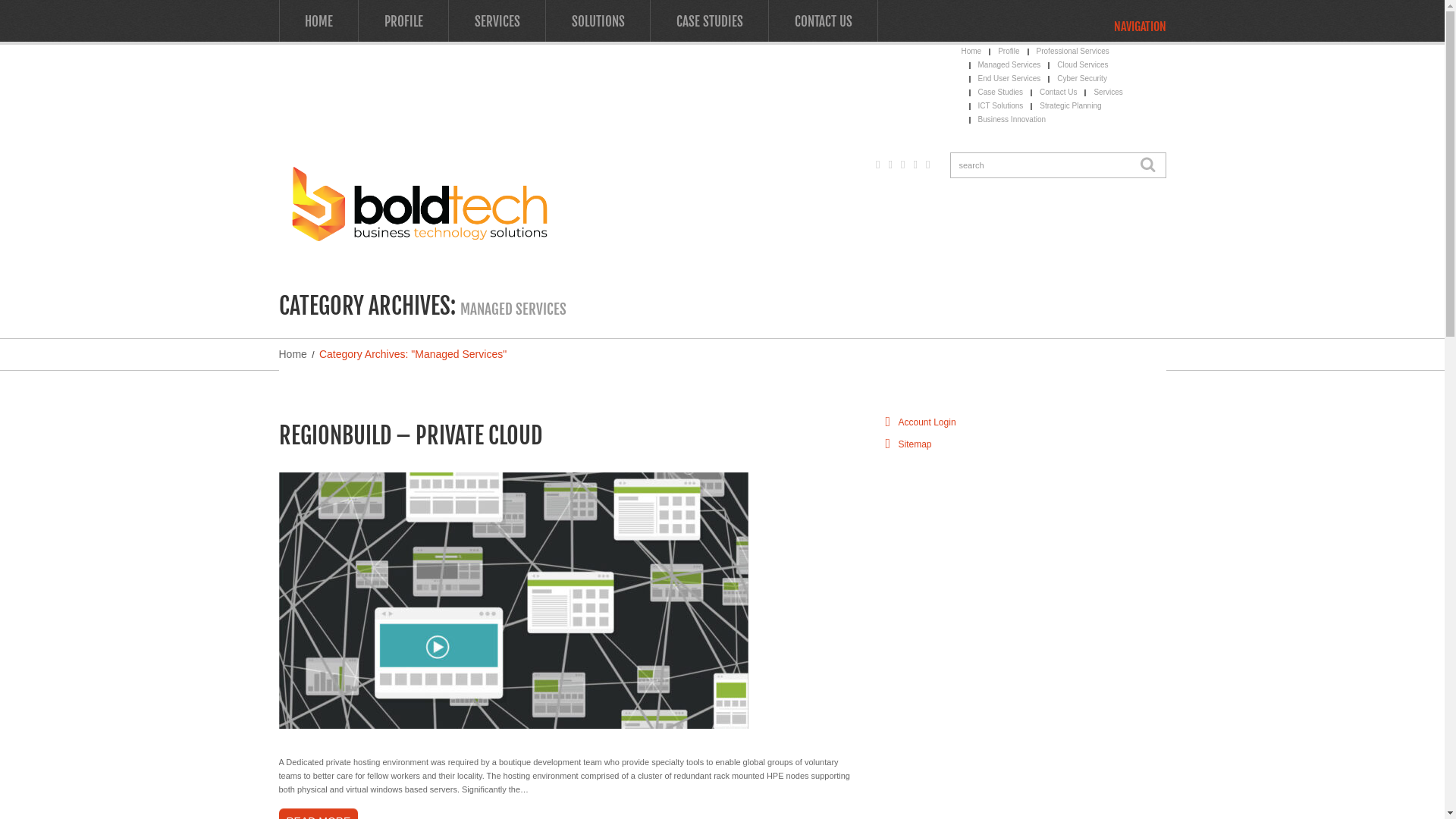 This screenshot has height=819, width=1456. I want to click on 'End User Services', so click(1009, 78).